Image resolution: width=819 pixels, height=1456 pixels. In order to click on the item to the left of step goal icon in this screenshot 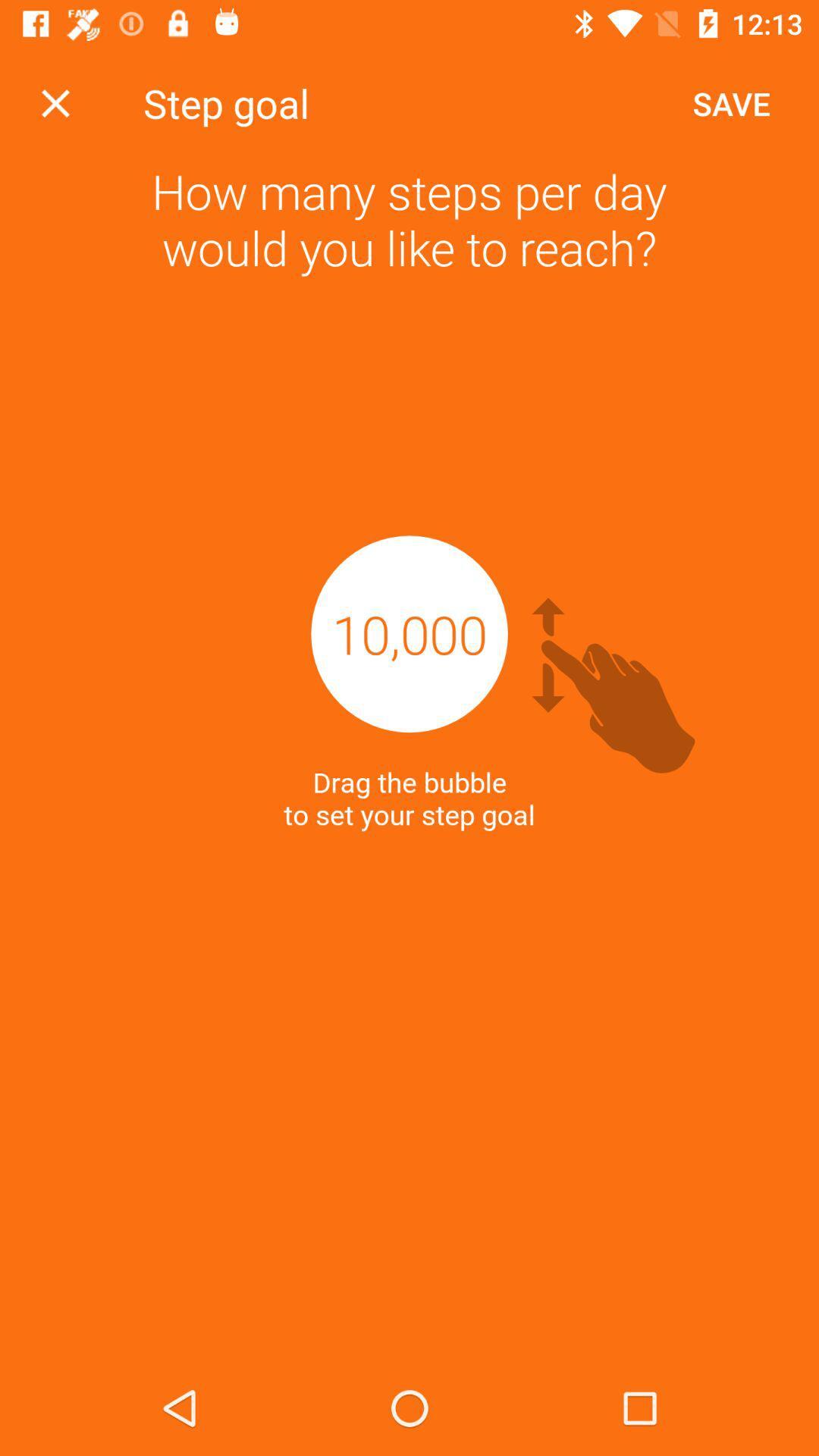, I will do `click(55, 102)`.